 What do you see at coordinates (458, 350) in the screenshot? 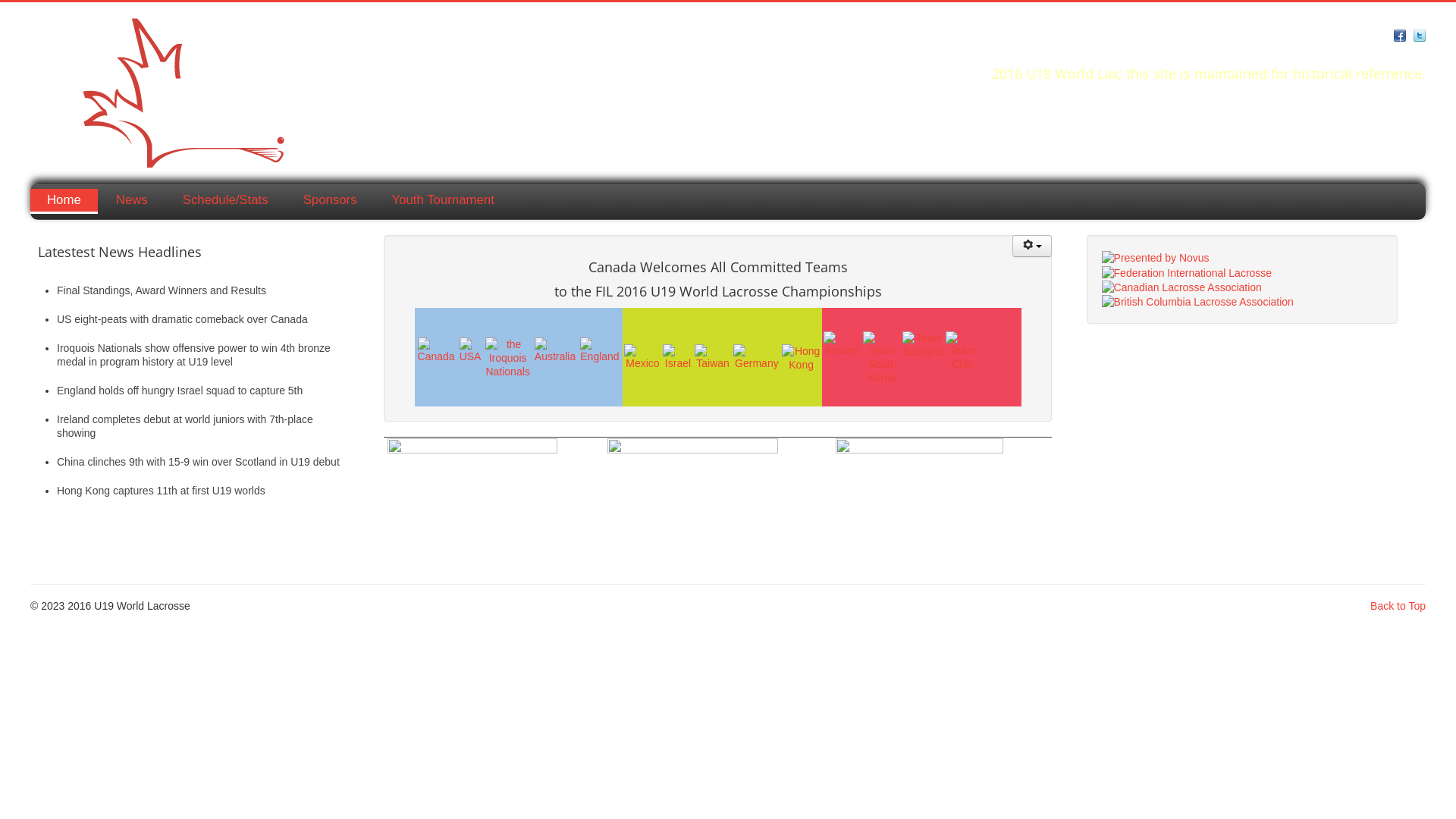
I see `'Team USA'` at bounding box center [458, 350].